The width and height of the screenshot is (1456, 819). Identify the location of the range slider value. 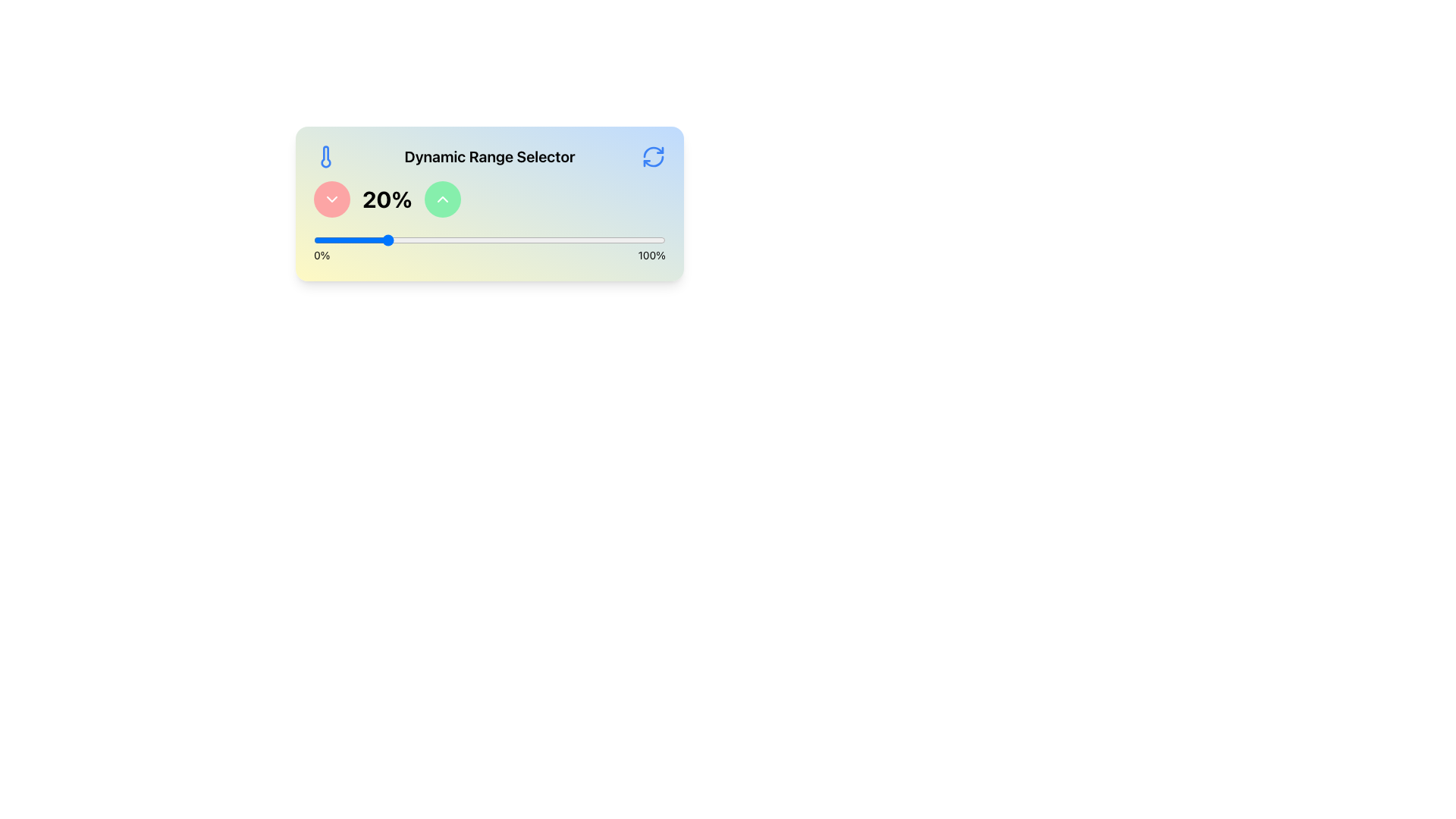
(381, 239).